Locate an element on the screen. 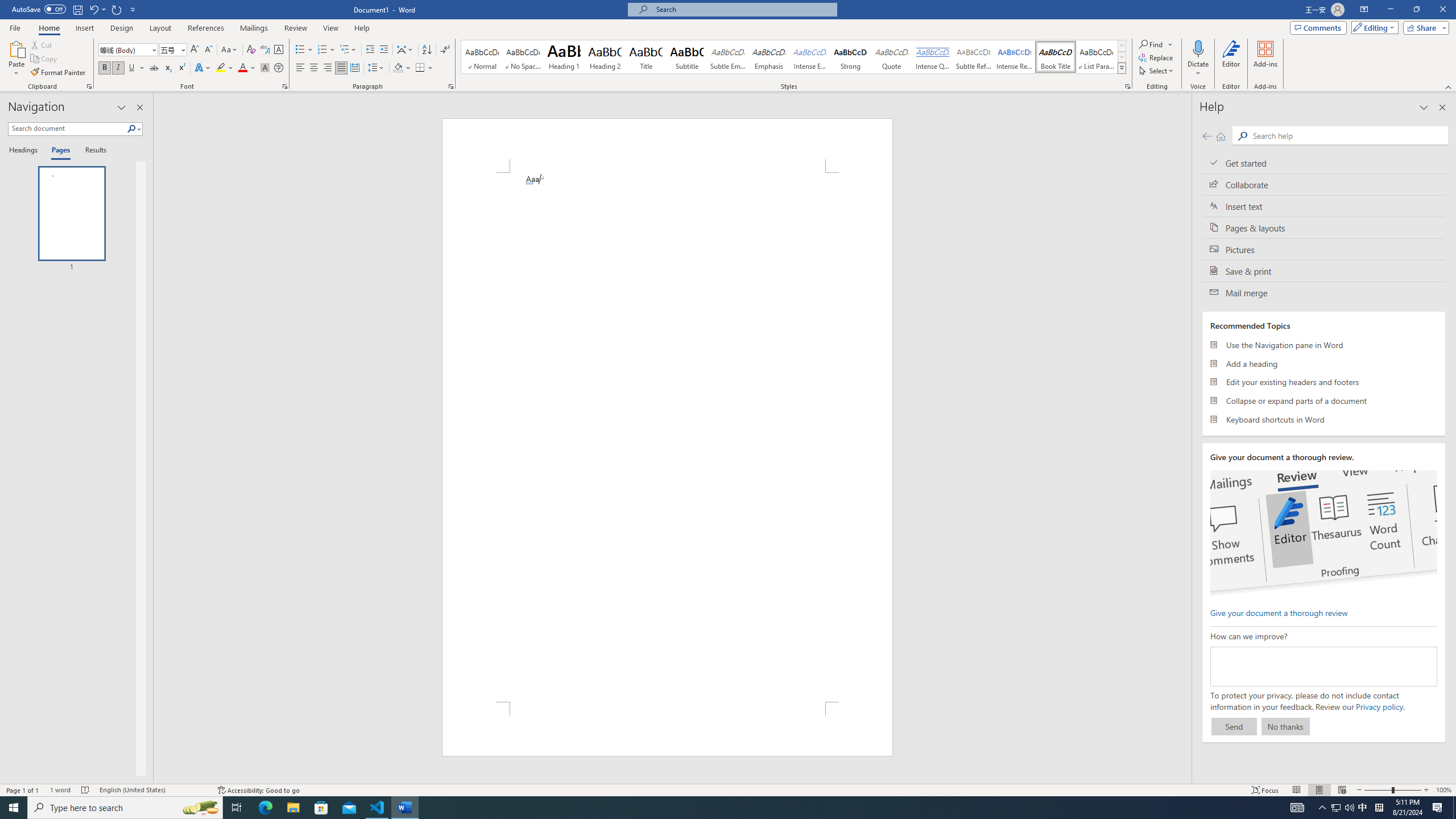 The width and height of the screenshot is (1456, 819). 'Pictures' is located at coordinates (1323, 249).